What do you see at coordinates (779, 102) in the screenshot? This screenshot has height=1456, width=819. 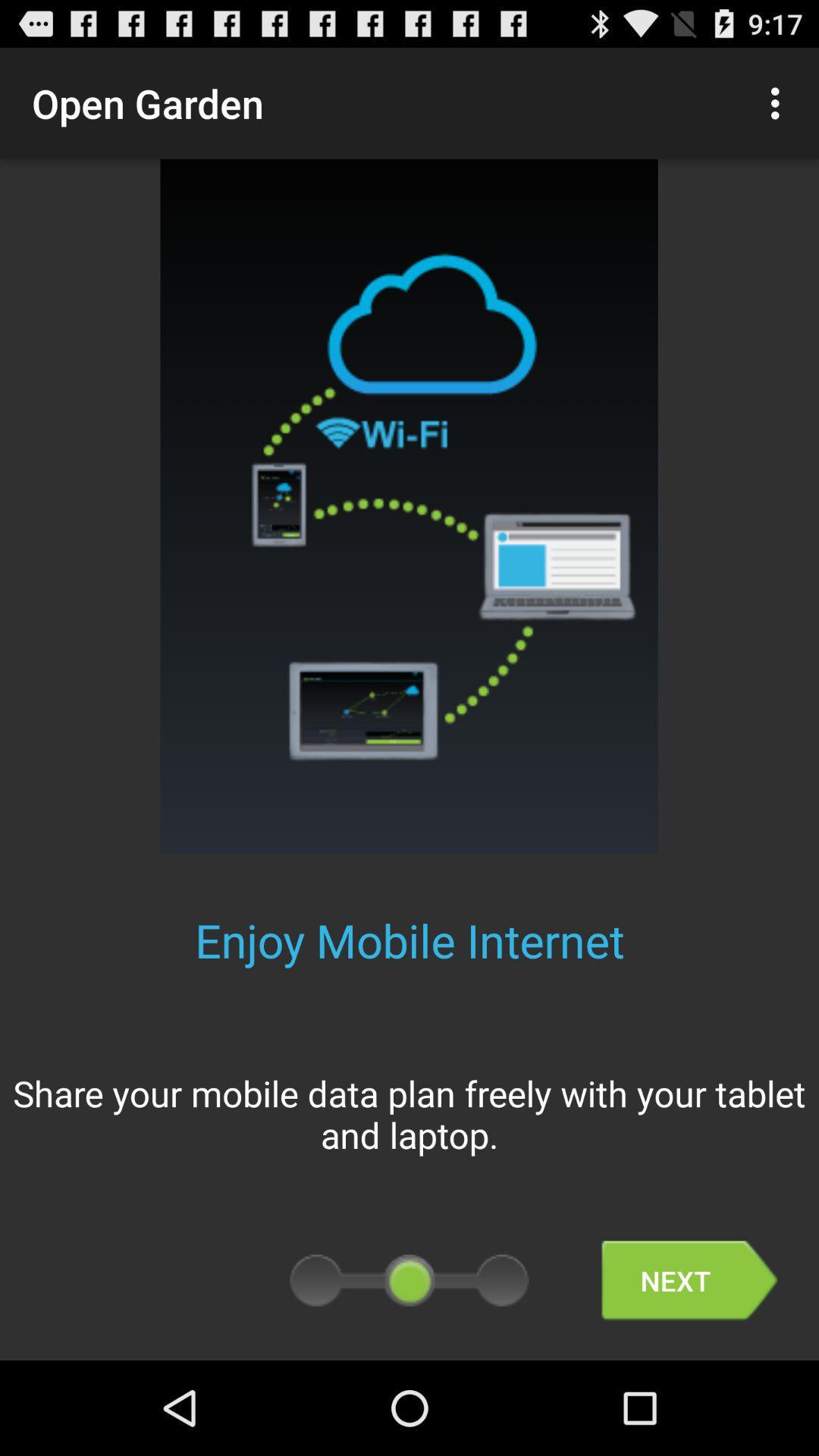 I see `the icon at the top right corner` at bounding box center [779, 102].